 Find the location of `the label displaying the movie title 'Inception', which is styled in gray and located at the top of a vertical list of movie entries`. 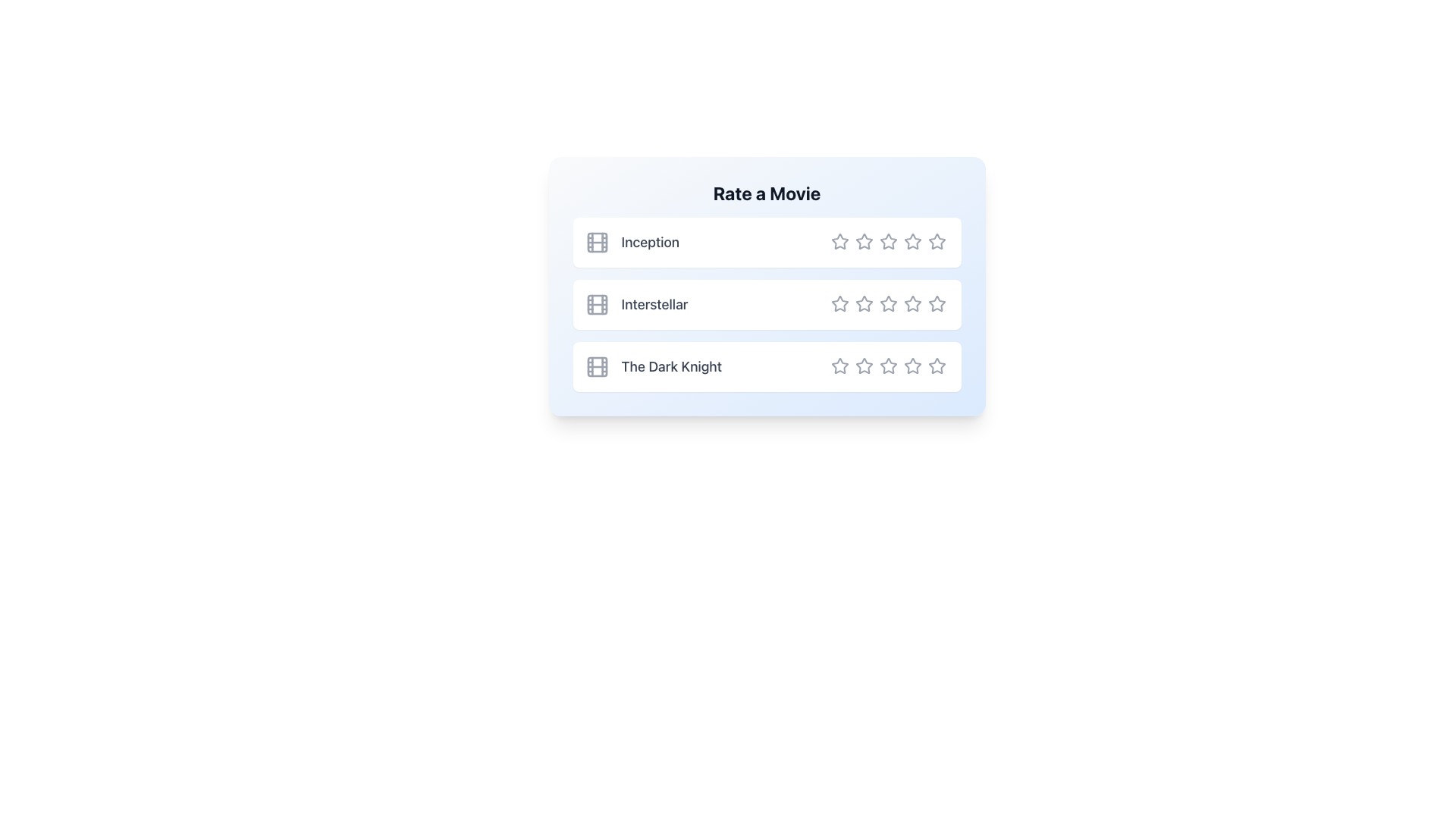

the label displaying the movie title 'Inception', which is styled in gray and located at the top of a vertical list of movie entries is located at coordinates (650, 242).